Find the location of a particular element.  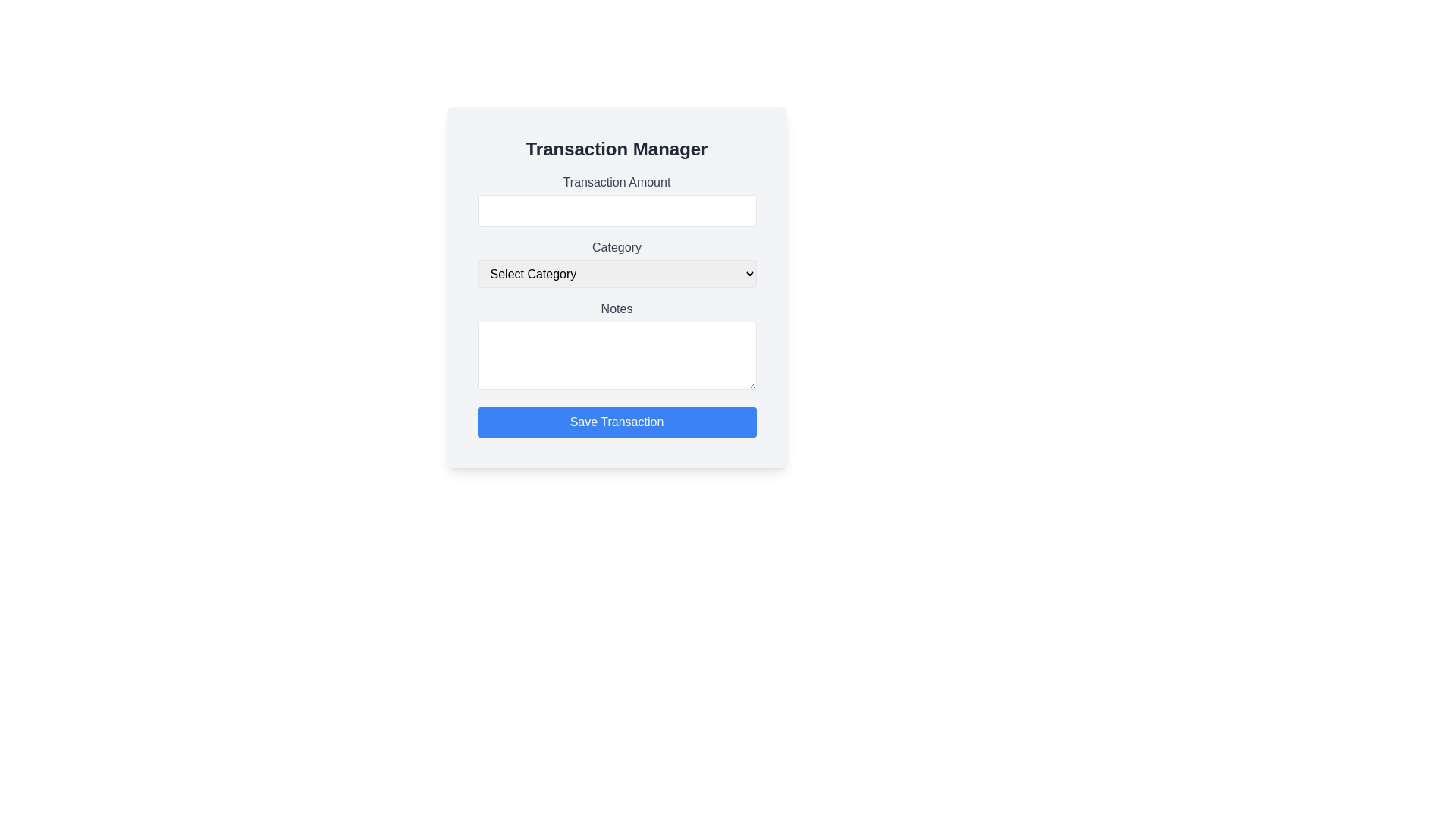

the title text element that indicates the purpose of the surrounding components in the transaction management section is located at coordinates (617, 149).